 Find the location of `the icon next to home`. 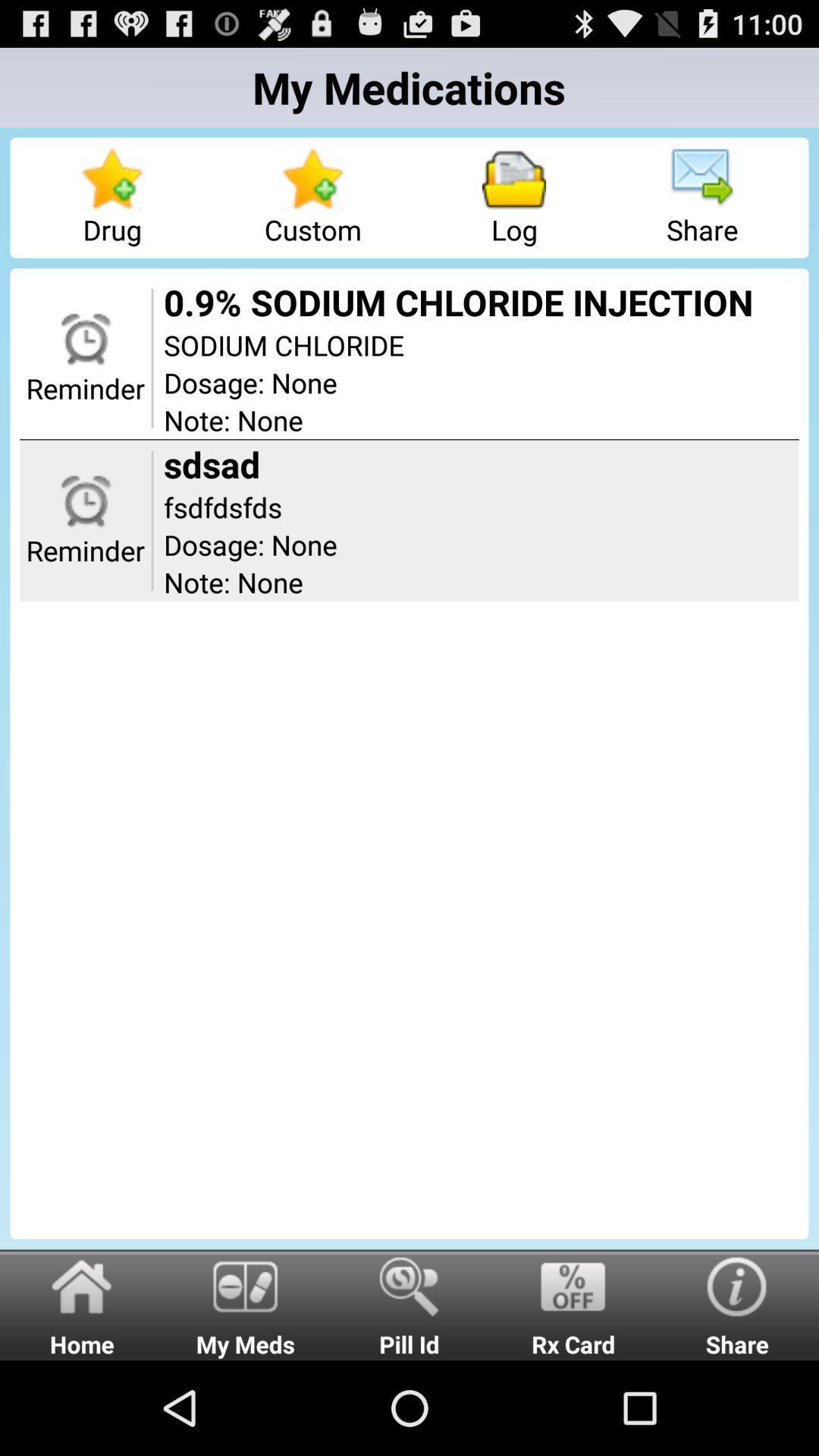

the icon next to home is located at coordinates (245, 1304).